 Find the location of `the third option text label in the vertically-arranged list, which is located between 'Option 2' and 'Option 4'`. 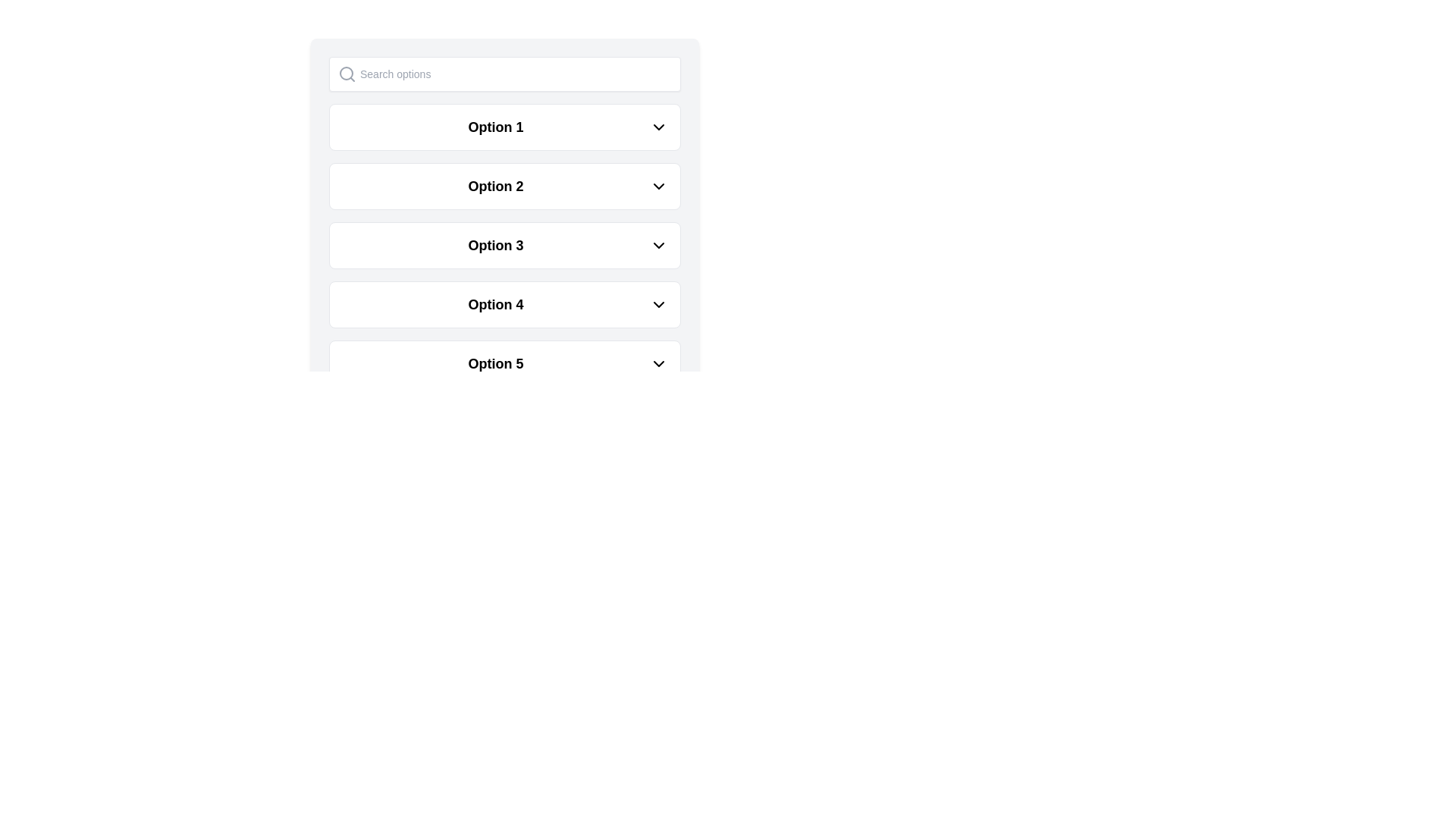

the third option text label in the vertically-arranged list, which is located between 'Option 2' and 'Option 4' is located at coordinates (495, 245).